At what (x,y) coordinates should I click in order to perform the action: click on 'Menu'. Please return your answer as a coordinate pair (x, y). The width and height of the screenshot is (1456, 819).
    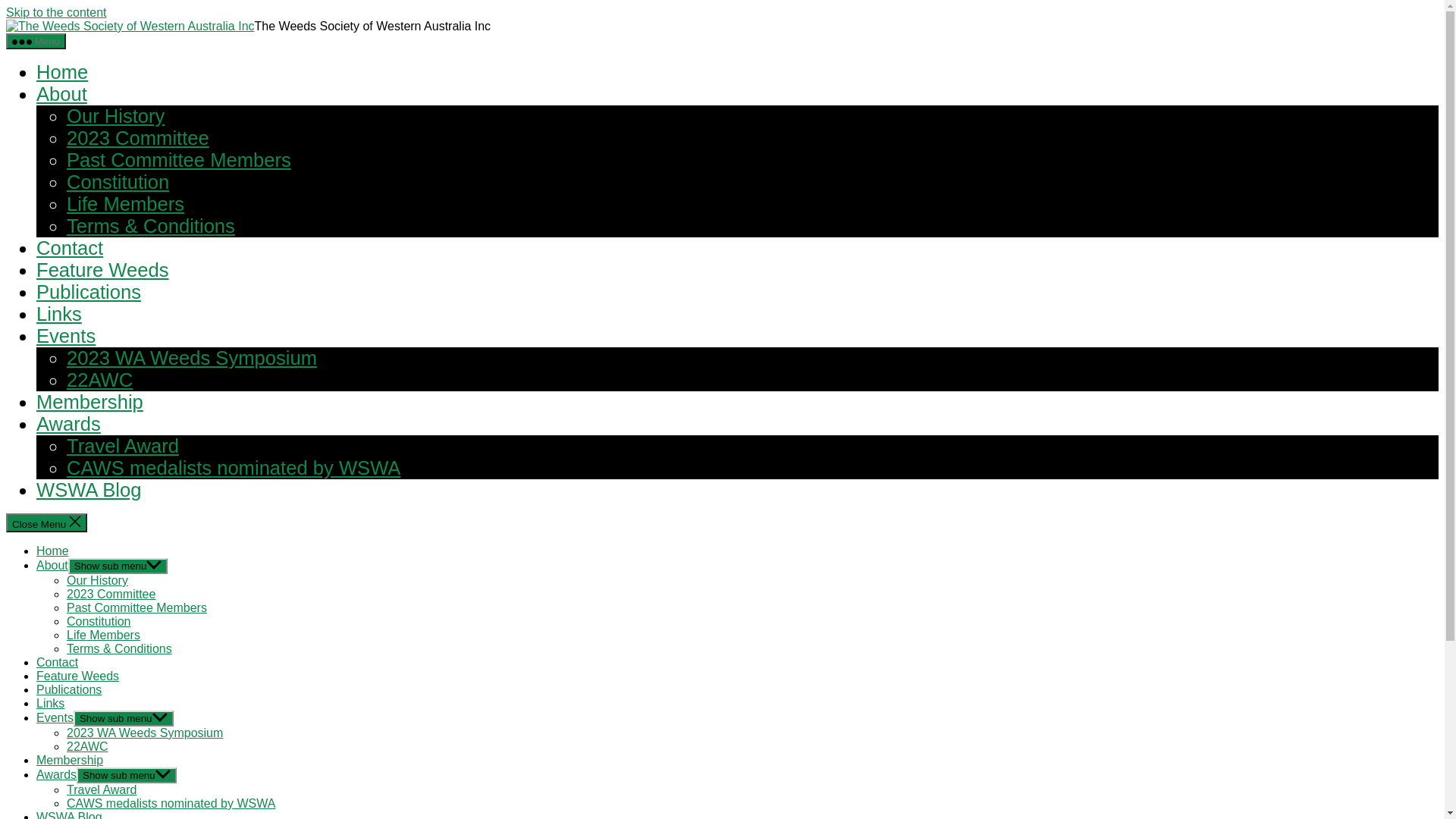
    Looking at the image, I should click on (36, 40).